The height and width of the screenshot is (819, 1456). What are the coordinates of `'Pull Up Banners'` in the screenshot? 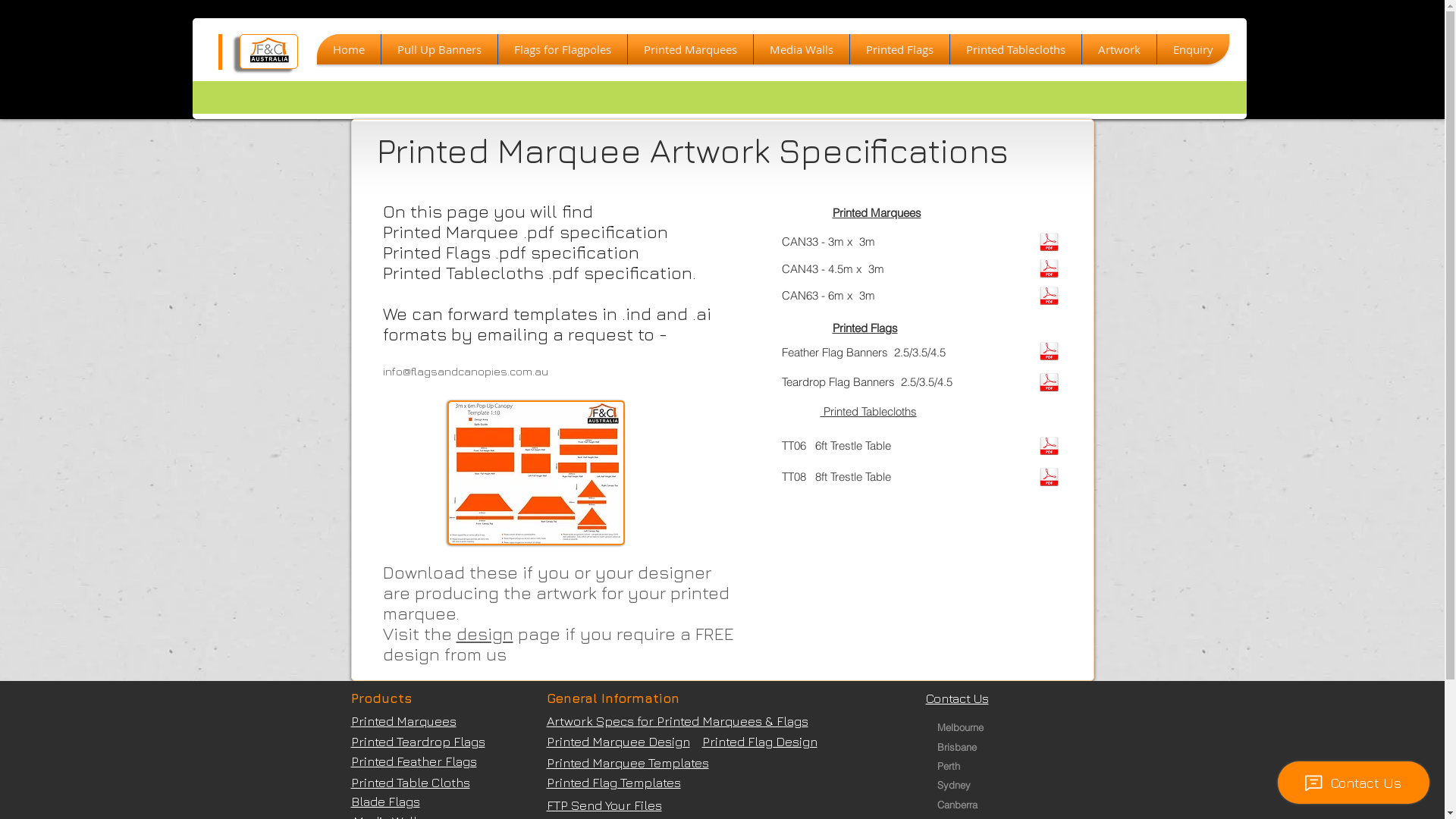 It's located at (438, 49).